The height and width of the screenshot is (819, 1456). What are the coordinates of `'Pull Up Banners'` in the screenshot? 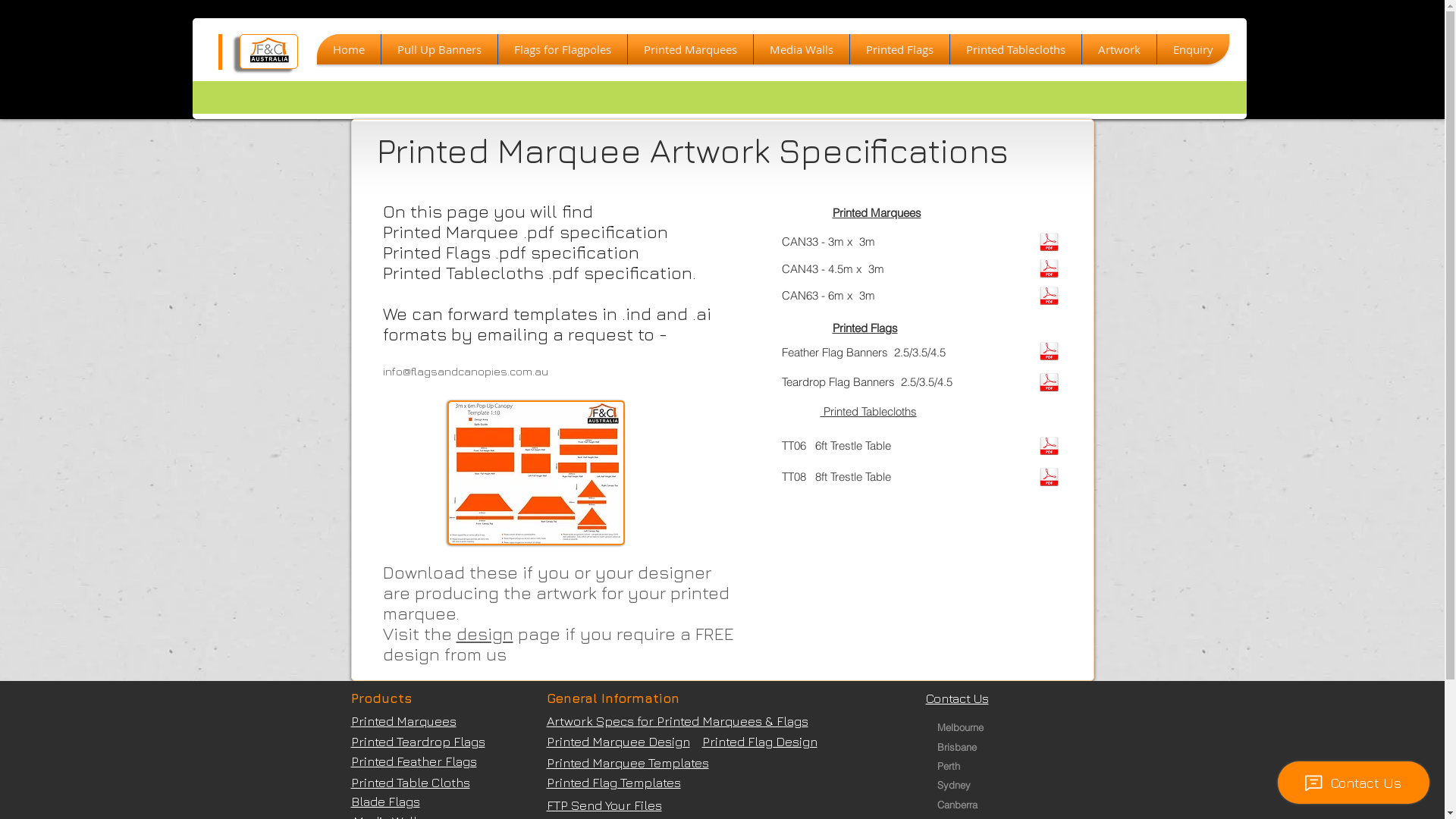 It's located at (438, 49).